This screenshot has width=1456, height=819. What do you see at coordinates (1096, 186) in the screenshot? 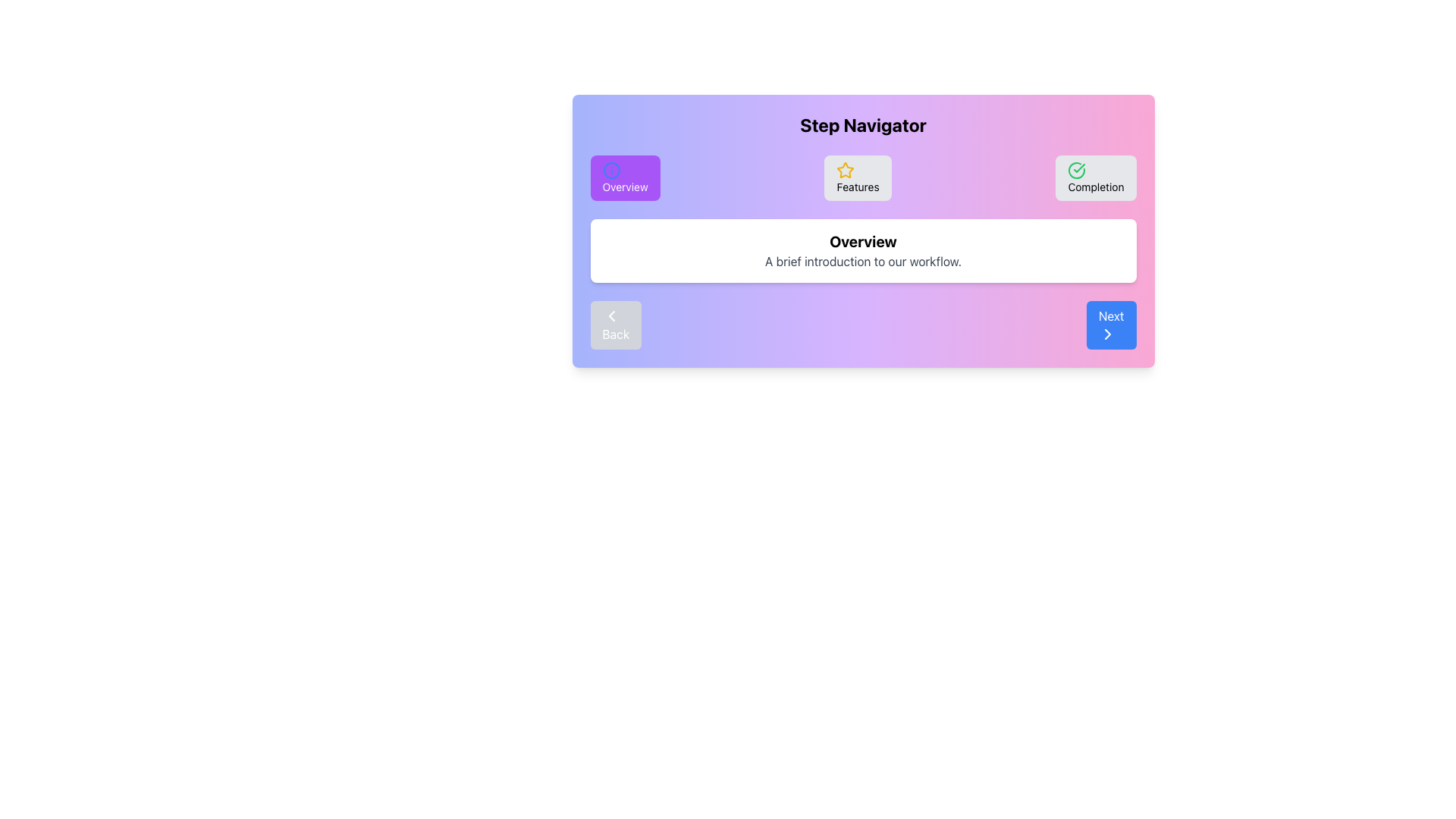
I see `the text label located at the bottom of the third option in the horizontal navigation bar in the top-right corner, which denotes the title or purpose of the associated navigation option` at bounding box center [1096, 186].